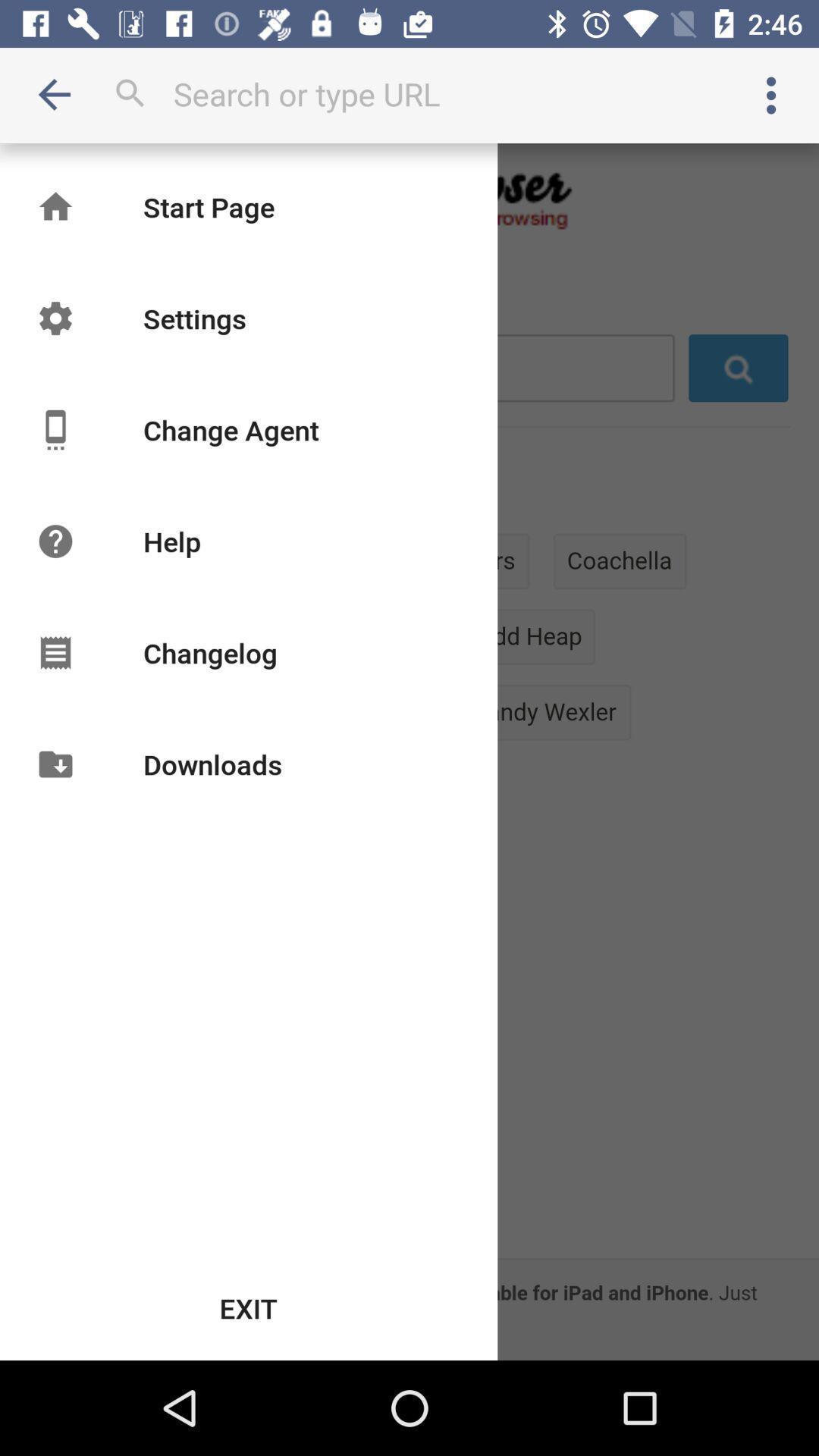 The image size is (819, 1456). I want to click on changelog, so click(210, 652).